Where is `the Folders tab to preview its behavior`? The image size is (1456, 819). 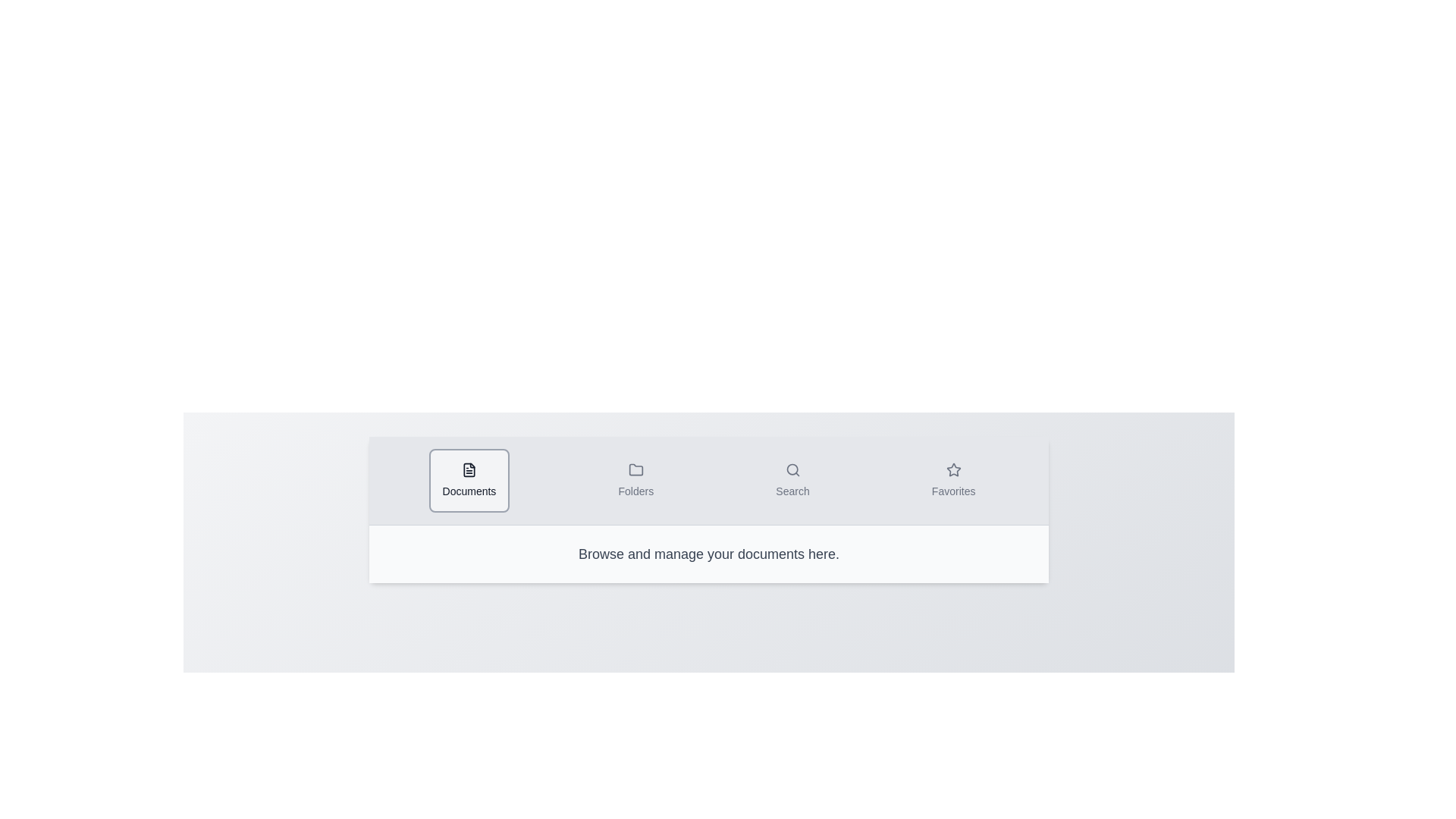 the Folders tab to preview its behavior is located at coordinates (635, 480).